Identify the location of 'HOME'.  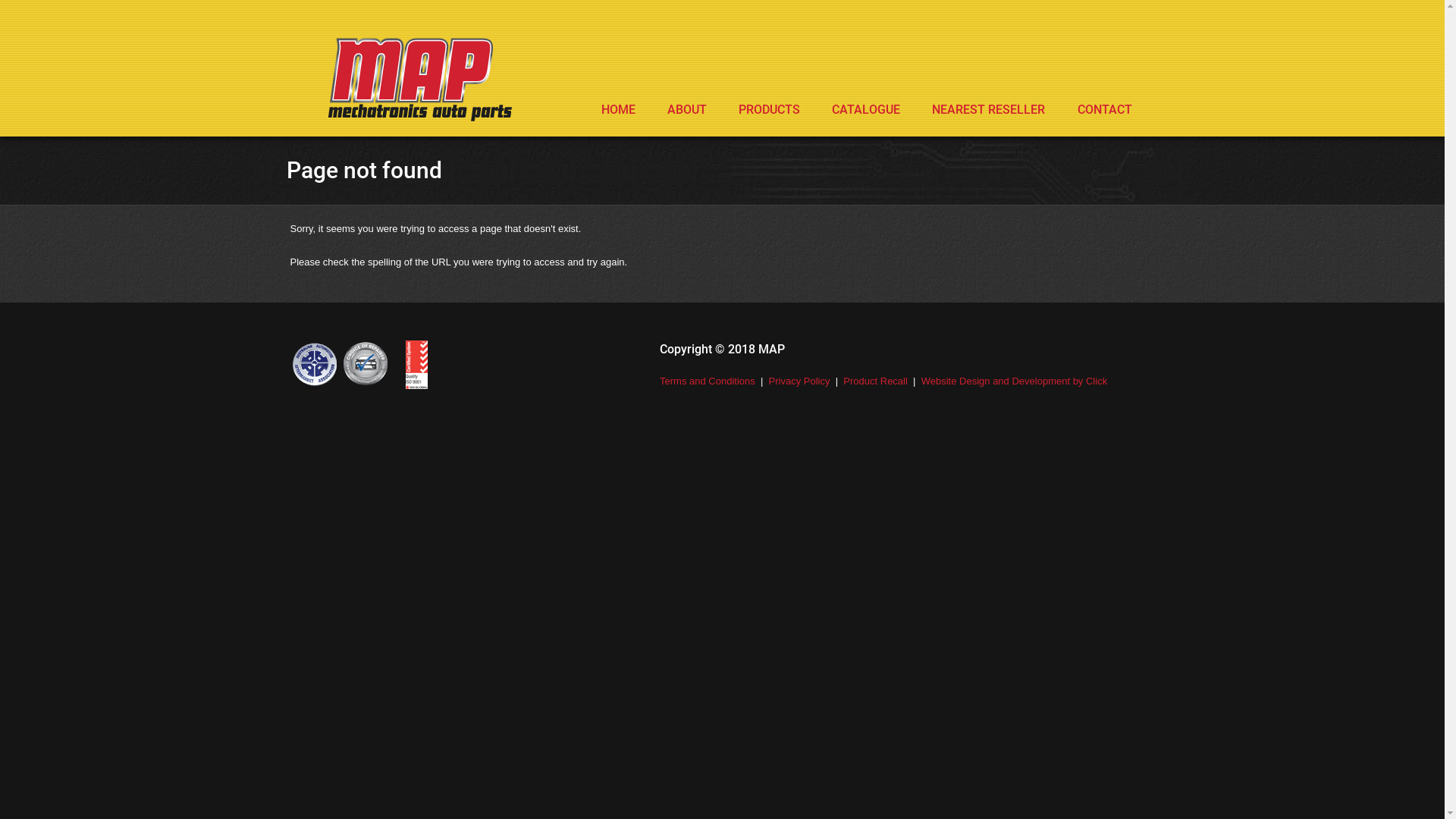
(618, 109).